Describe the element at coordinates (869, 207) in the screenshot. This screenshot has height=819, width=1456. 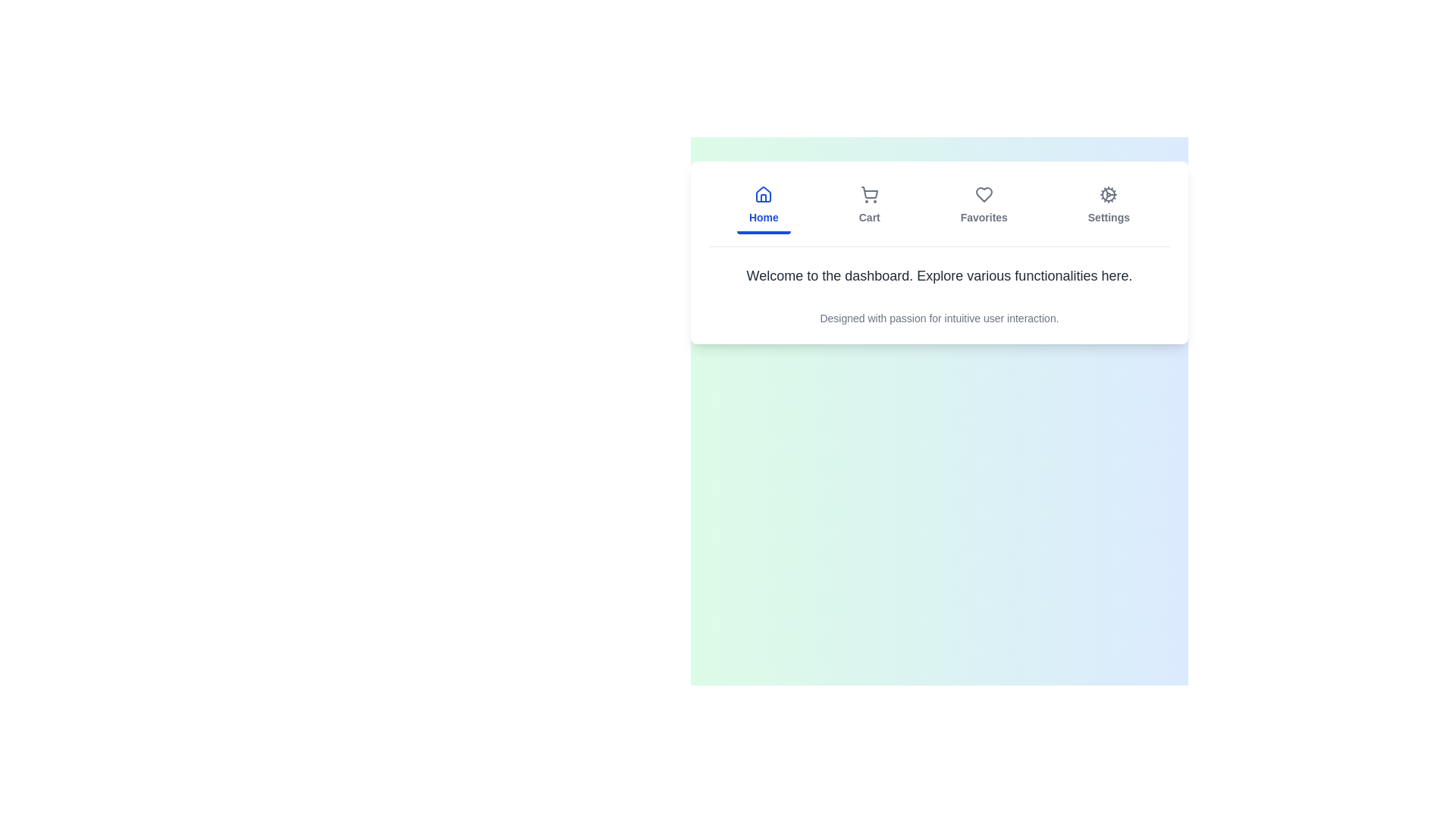
I see `the navigation button that leads to the cart, located second from the left in the horizontal navigation bar, between 'Home' and 'Favorites'` at that location.